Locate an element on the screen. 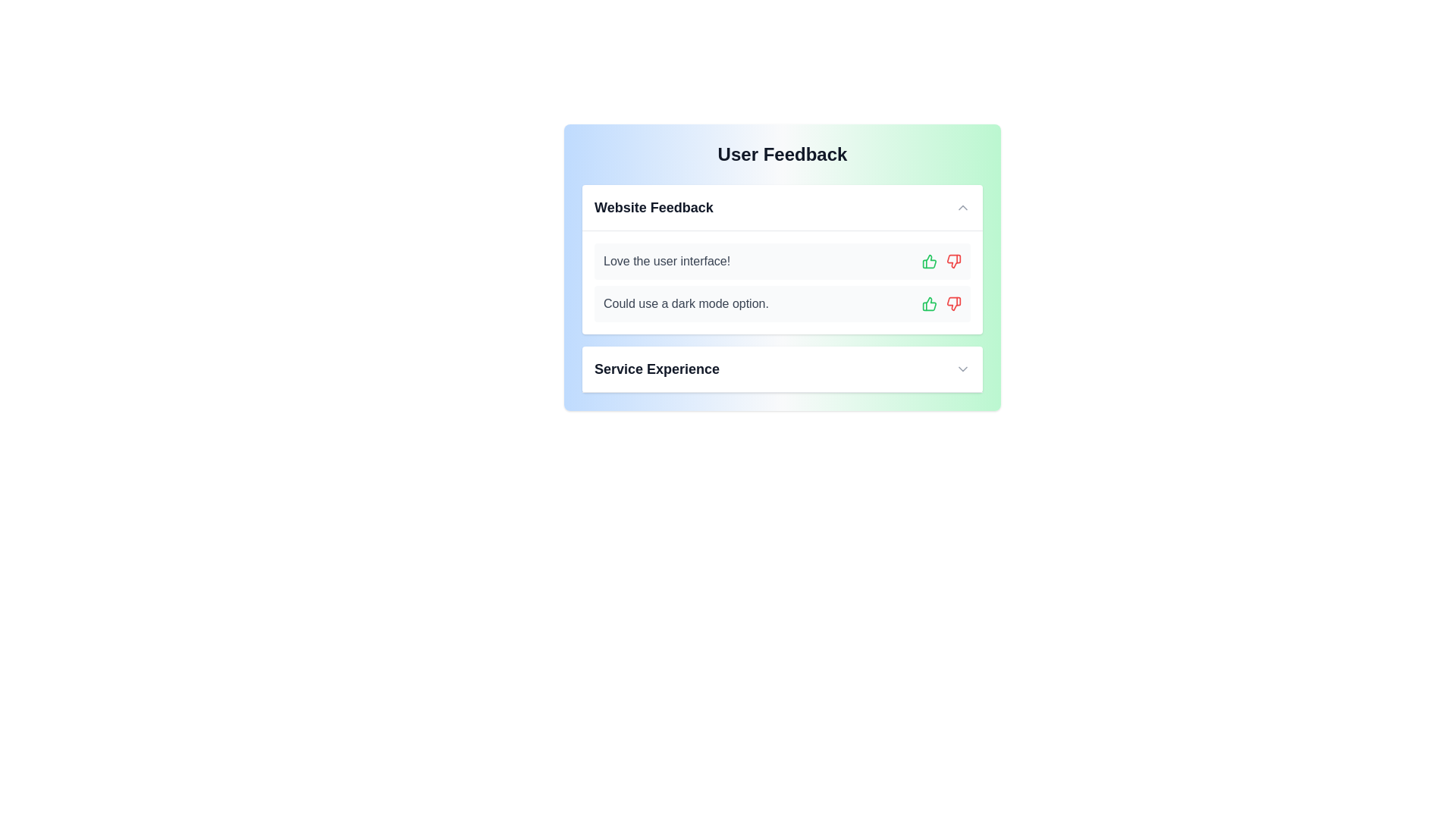  the thumbs-down button for the comment 'Could use a dark mode option.' is located at coordinates (952, 304).